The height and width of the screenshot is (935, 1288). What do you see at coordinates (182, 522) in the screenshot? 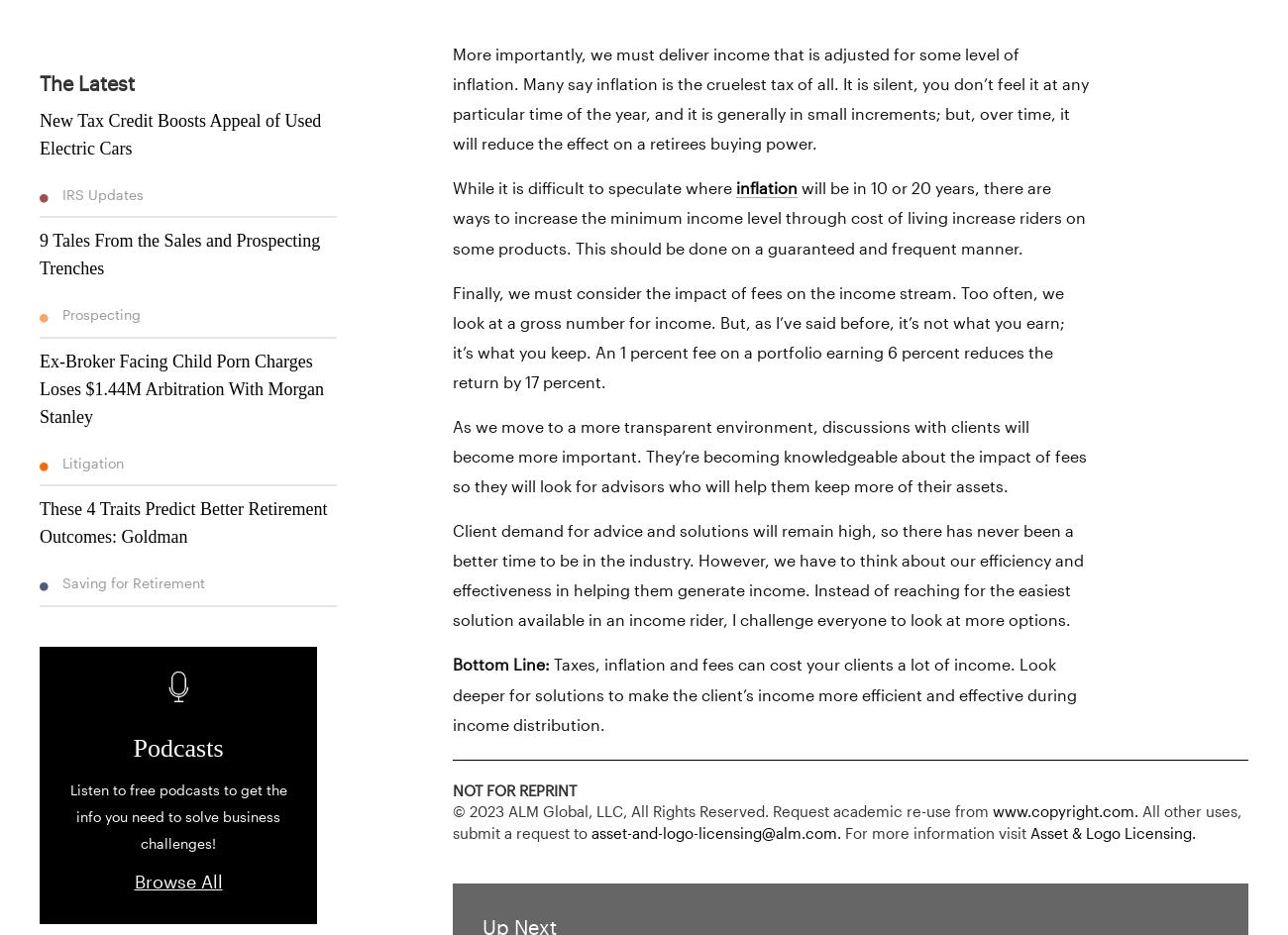
I see `'These 4 Traits Predict Better Retirement Outcomes: Goldman'` at bounding box center [182, 522].